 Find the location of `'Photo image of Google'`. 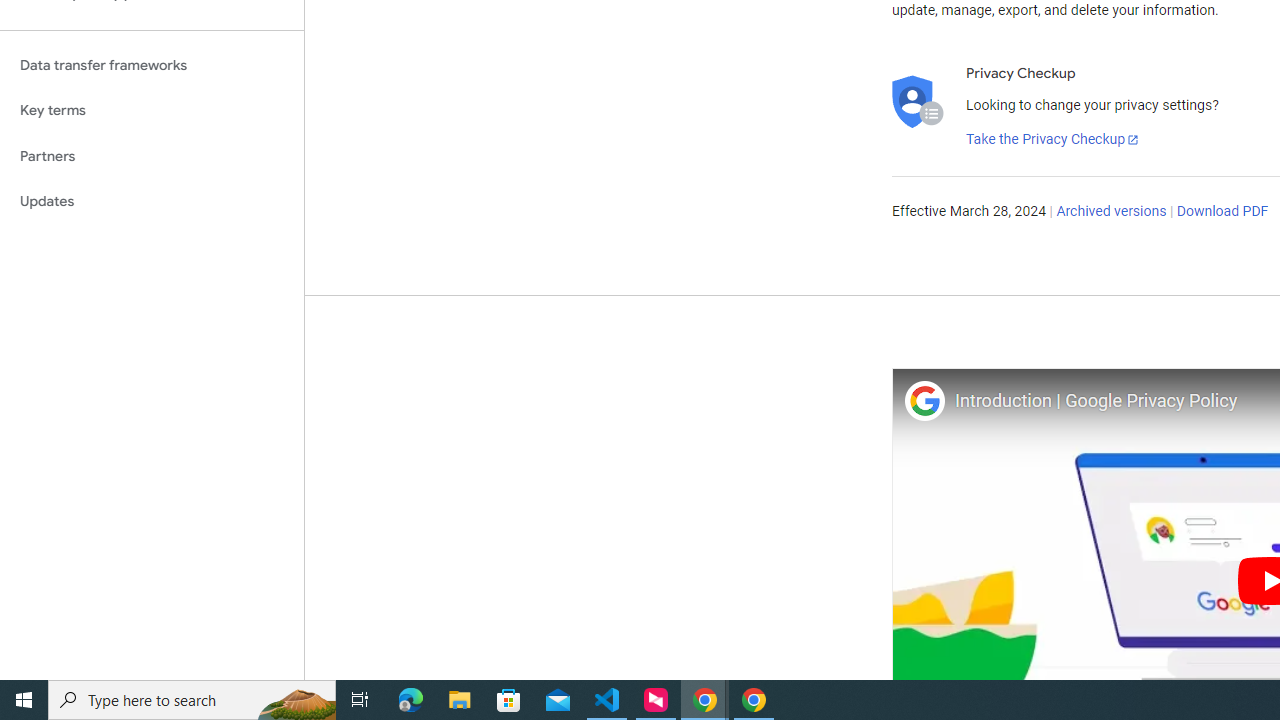

'Photo image of Google' is located at coordinates (923, 400).